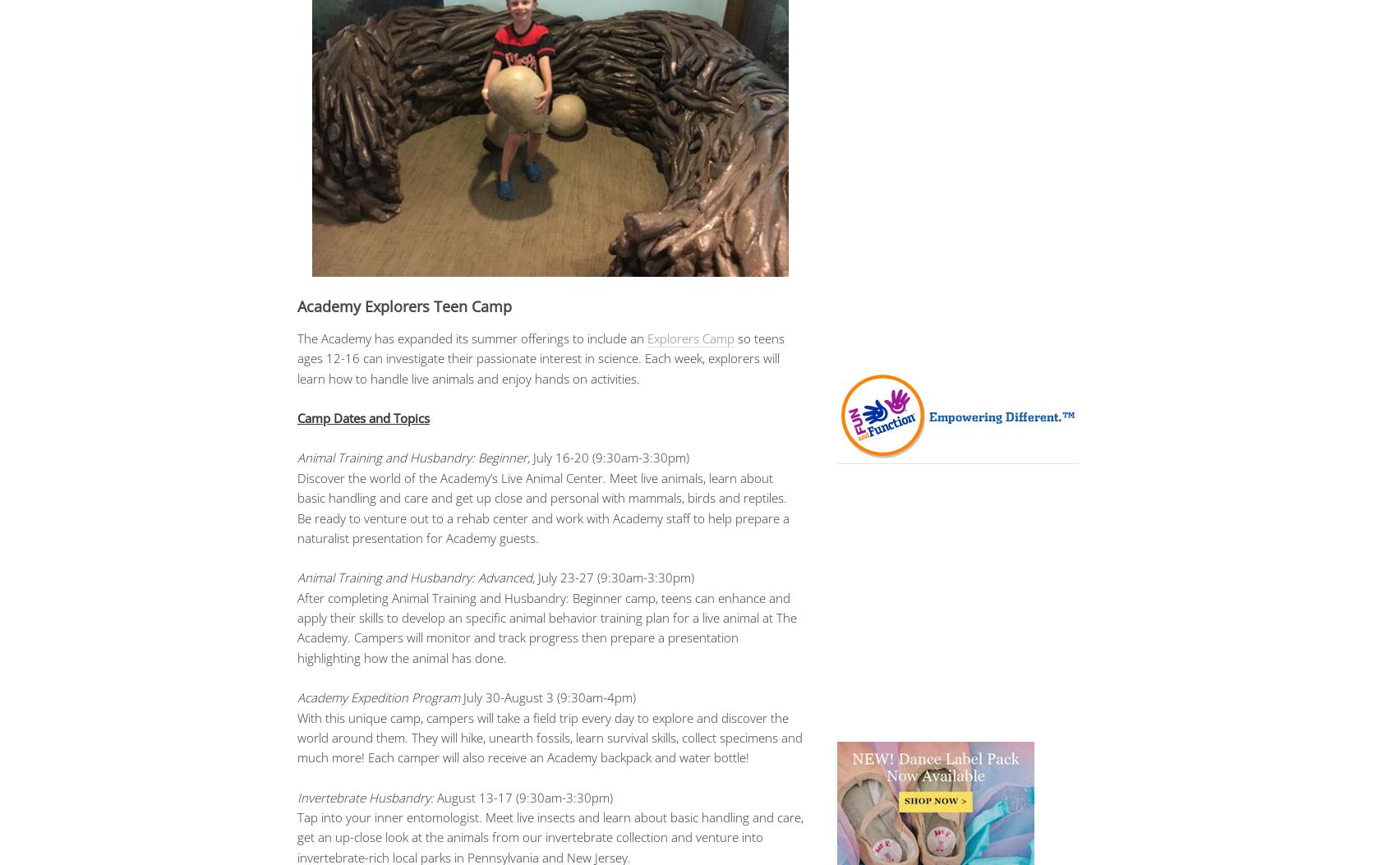 This screenshot has height=865, width=1400. Describe the element at coordinates (472, 337) in the screenshot. I see `'The Academy has expanded its summer offerings to include an'` at that location.